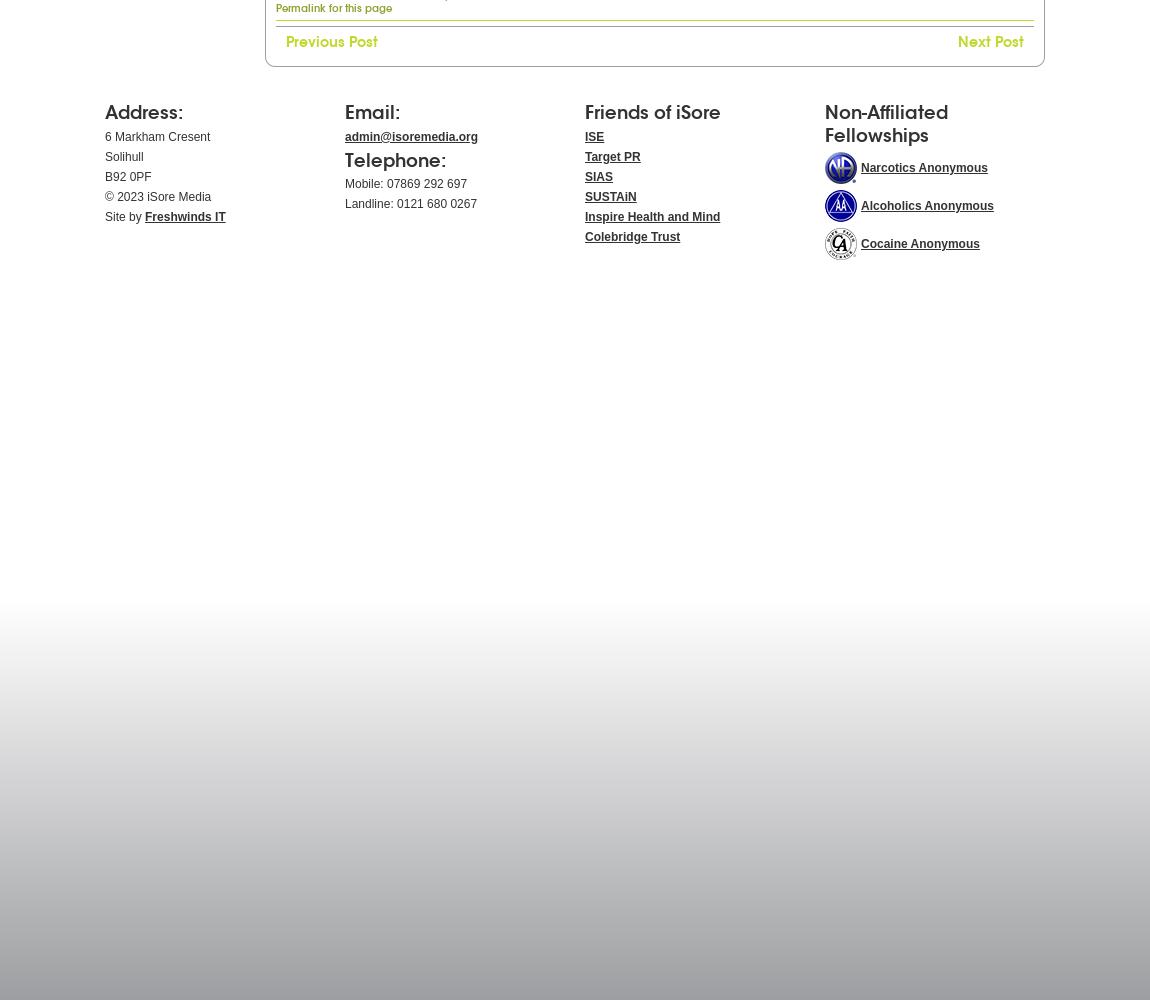 The width and height of the screenshot is (1150, 1000). I want to click on 'Target PR', so click(611, 156).